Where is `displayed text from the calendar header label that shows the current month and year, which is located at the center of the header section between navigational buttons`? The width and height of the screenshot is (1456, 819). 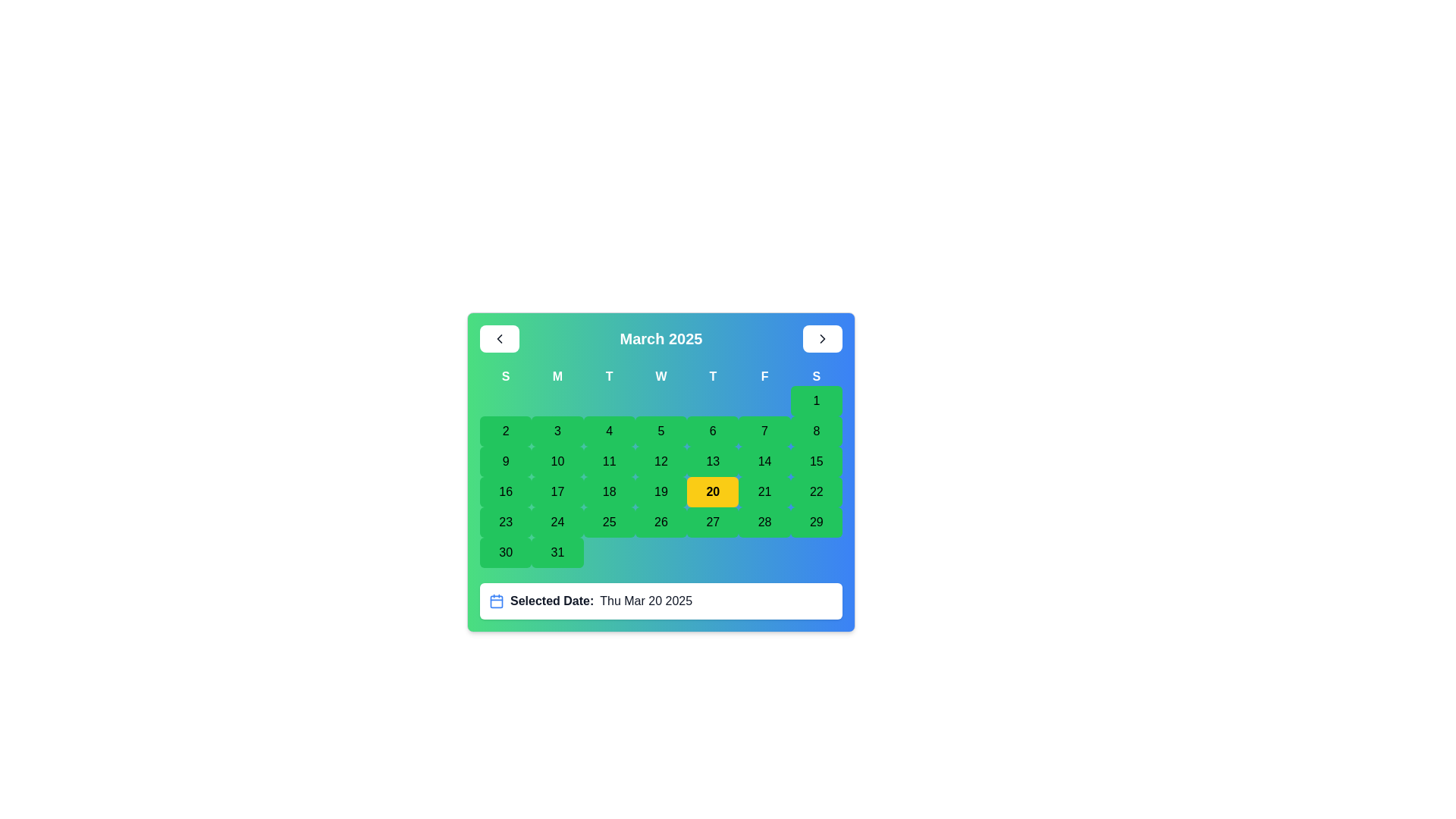
displayed text from the calendar header label that shows the current month and year, which is located at the center of the header section between navigational buttons is located at coordinates (661, 338).